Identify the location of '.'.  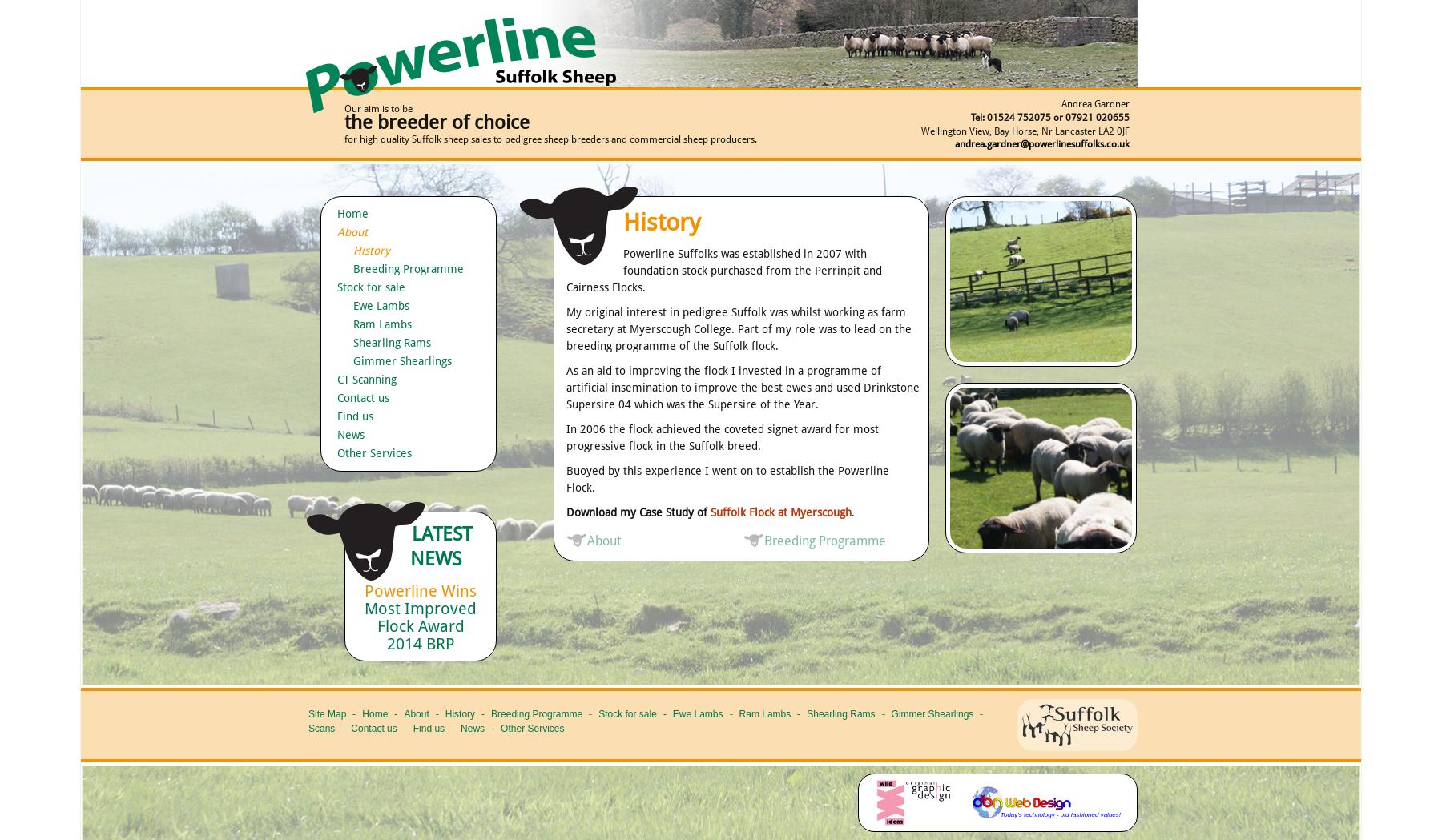
(853, 512).